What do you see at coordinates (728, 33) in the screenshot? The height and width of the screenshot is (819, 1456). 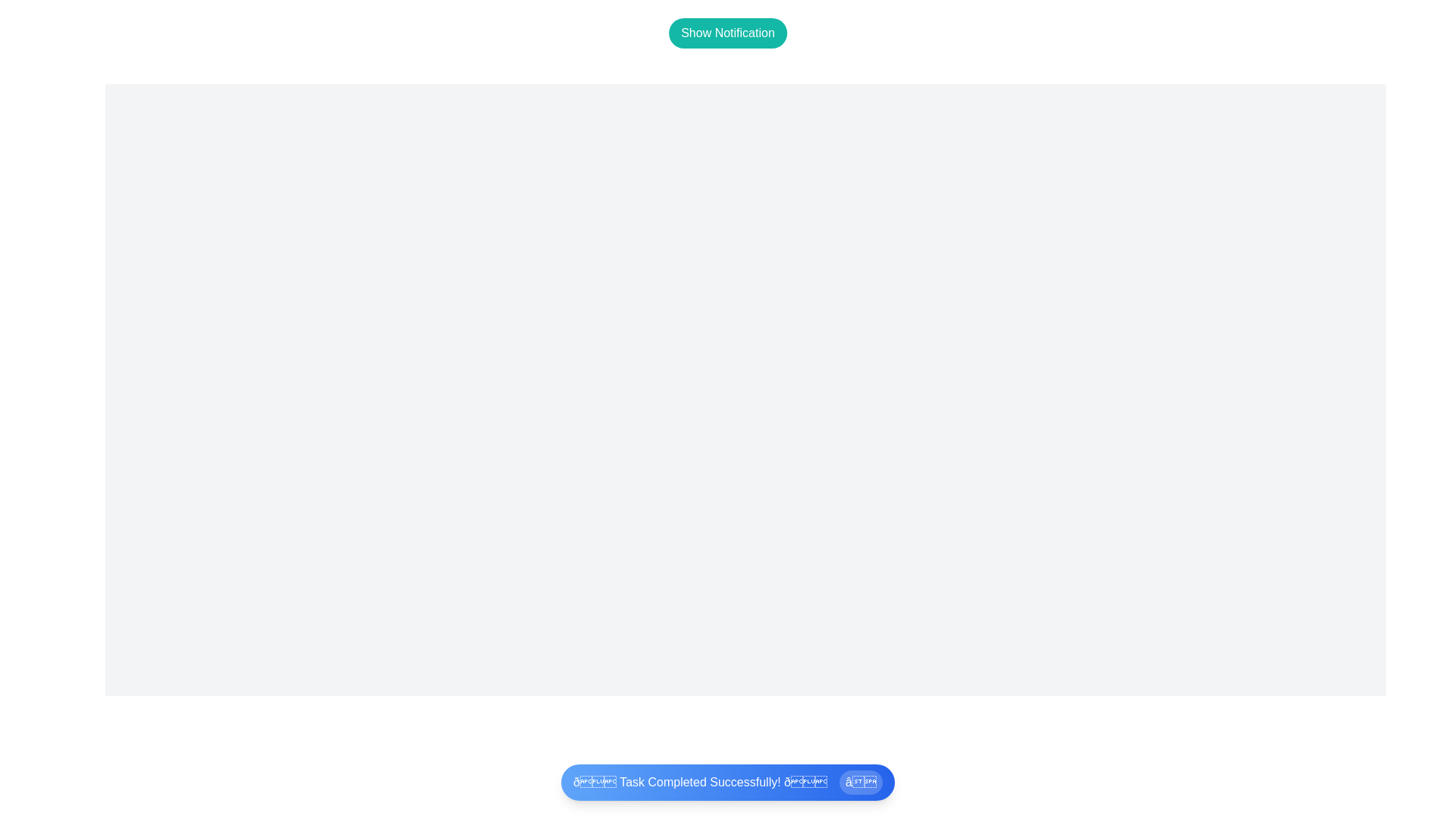 I see `the 'Show Notification' button to make the snackbar visible` at bounding box center [728, 33].